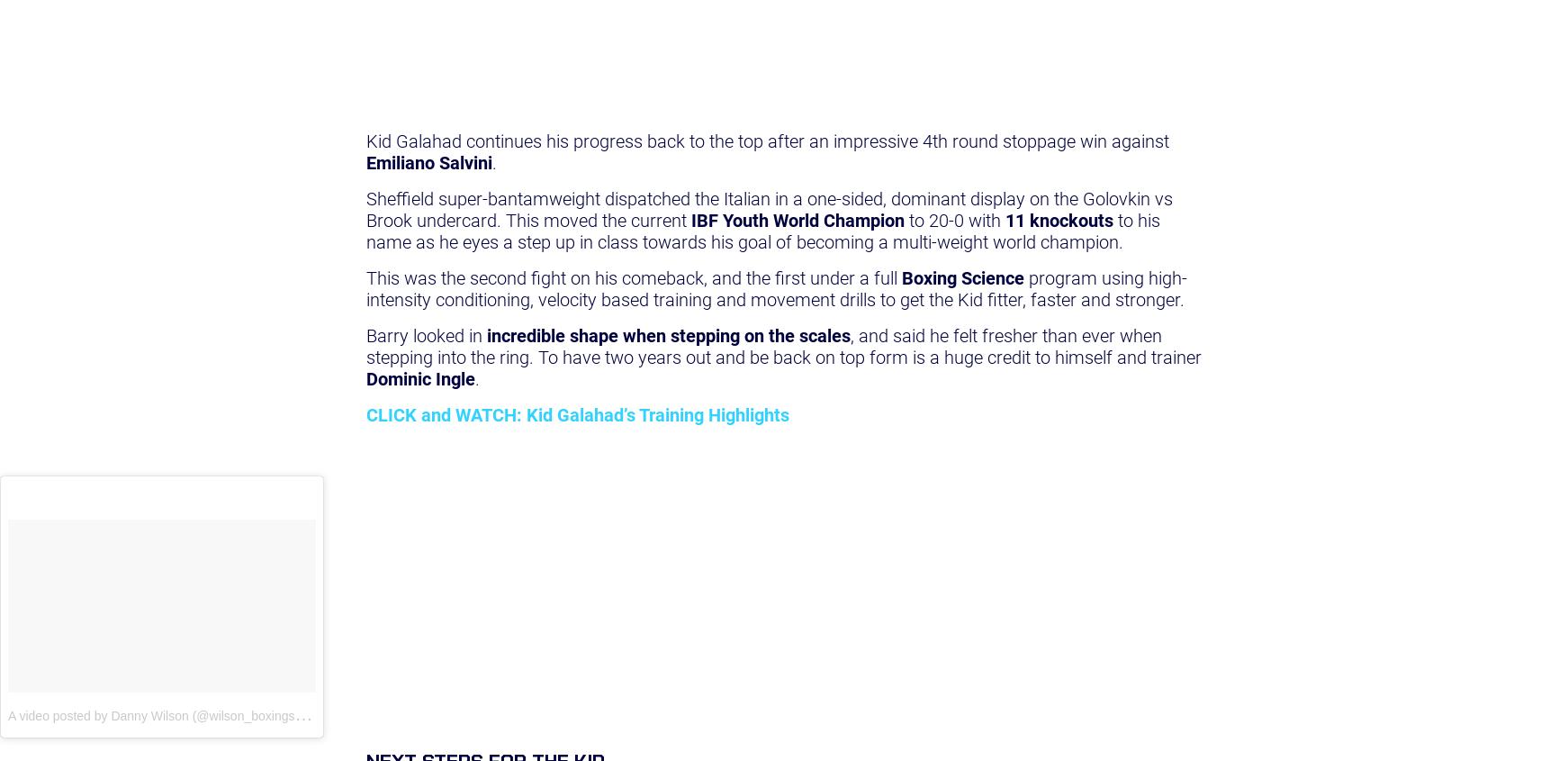  I want to click on 'A video posted by Danny Wilson (@wilson_boxingscience)', so click(171, 715).